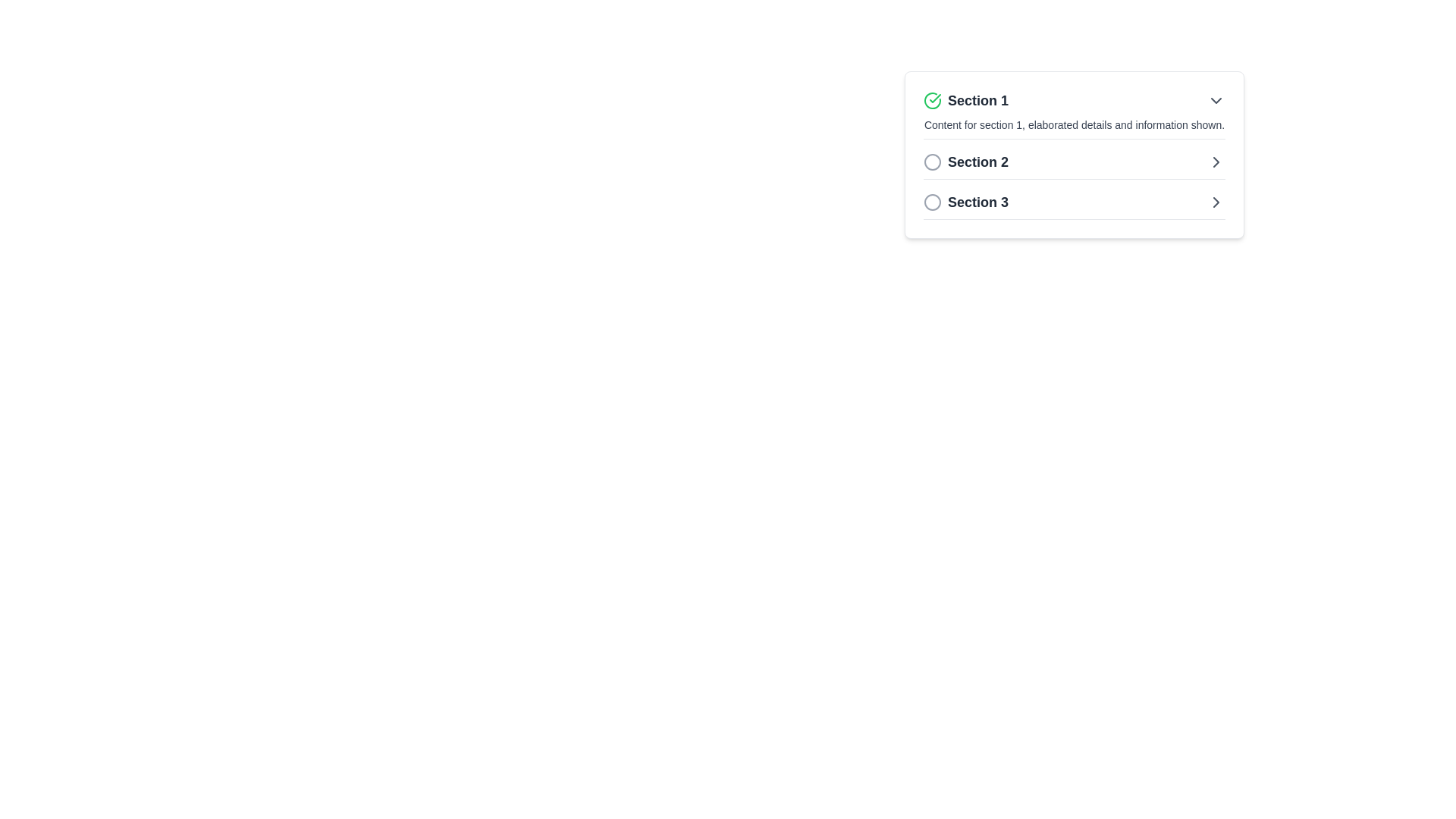 The image size is (1456, 819). Describe the element at coordinates (931, 201) in the screenshot. I see `the circle that indicates the state of the third section in the vertical list of icons` at that location.